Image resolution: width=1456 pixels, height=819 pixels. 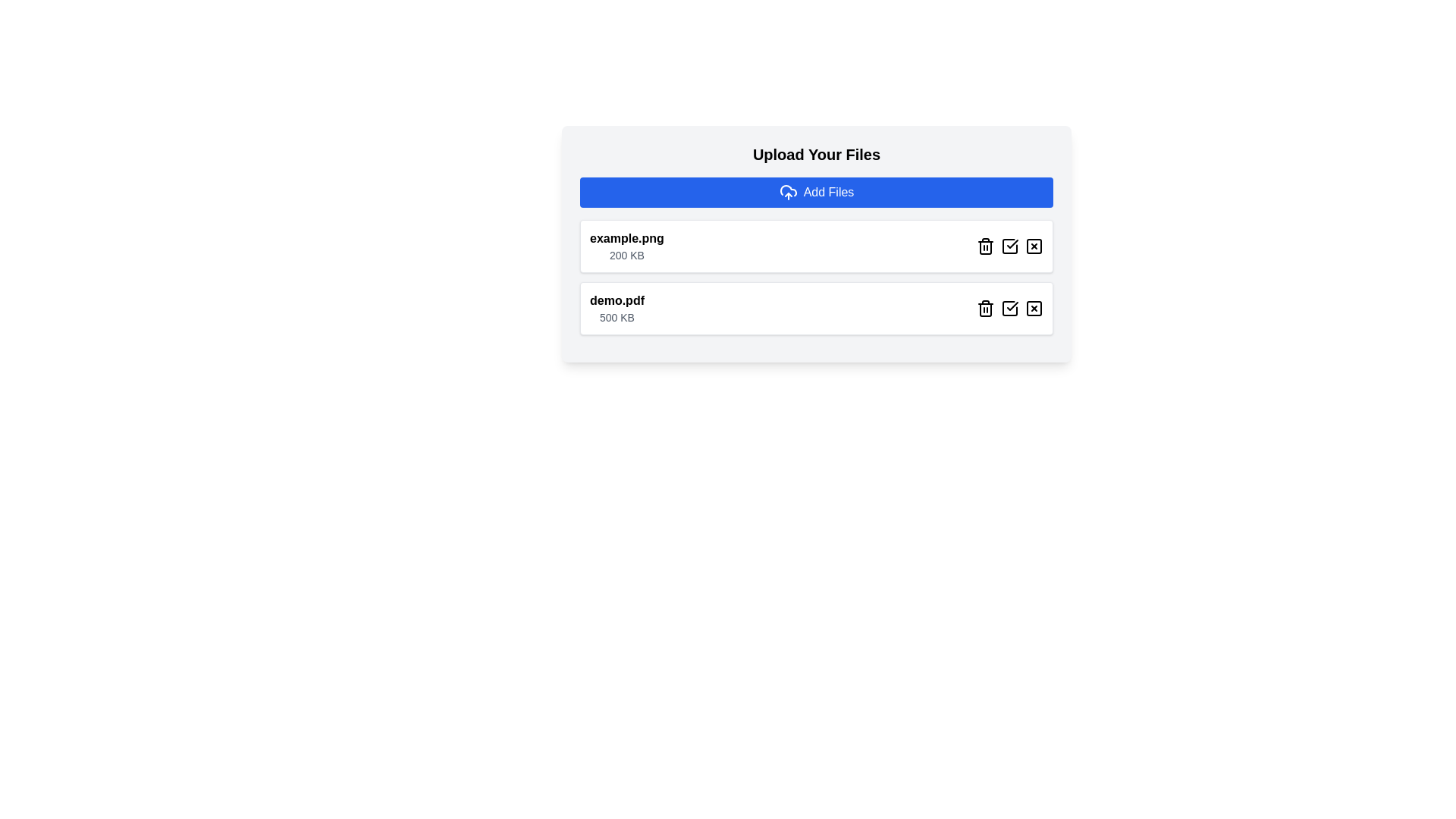 What do you see at coordinates (1009, 308) in the screenshot?
I see `the checkbox-like graphical indicator located to the right of the filename 'demo.pdf'` at bounding box center [1009, 308].